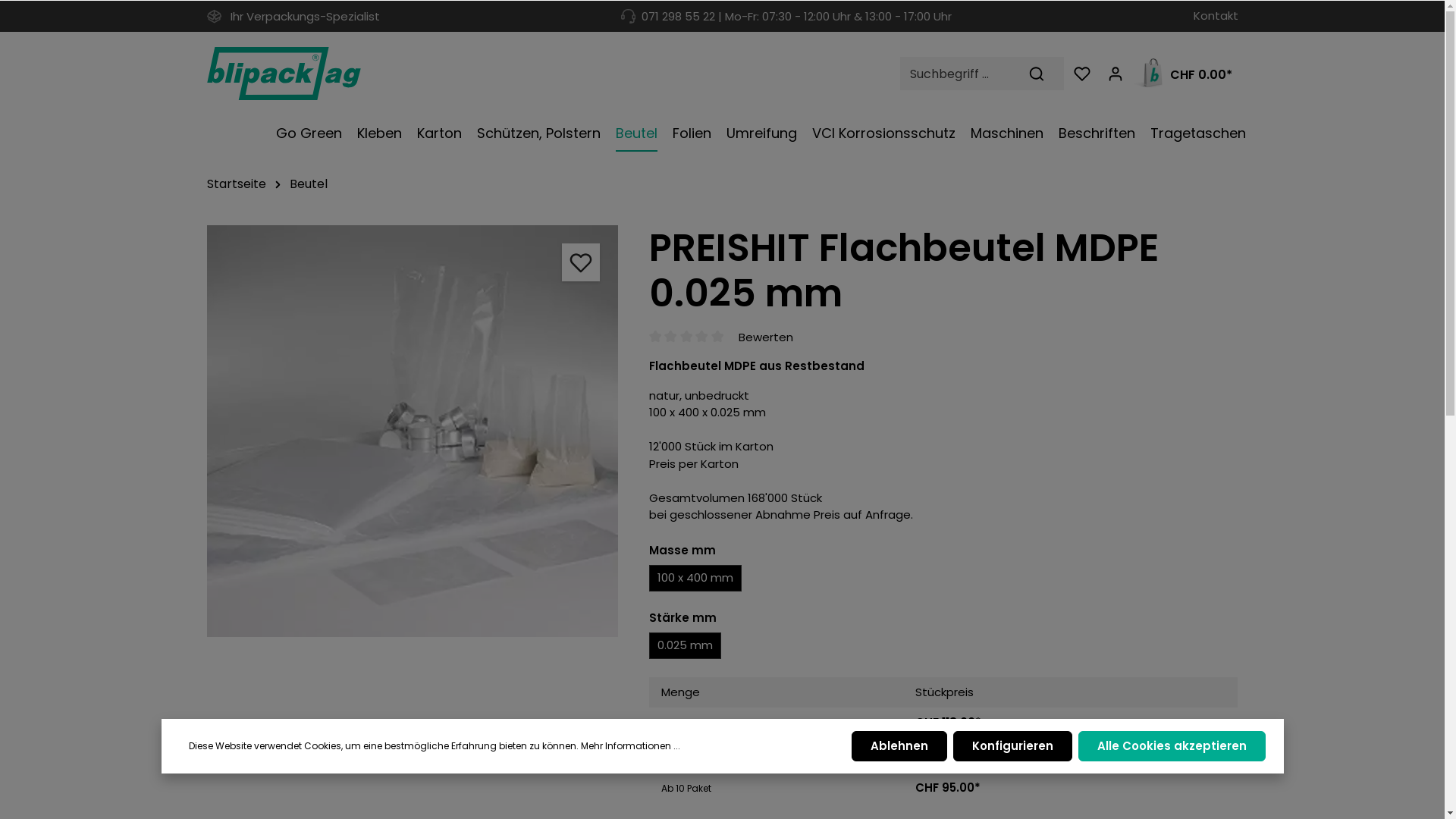 The image size is (1456, 819). What do you see at coordinates (1097, 133) in the screenshot?
I see `'Beschriften'` at bounding box center [1097, 133].